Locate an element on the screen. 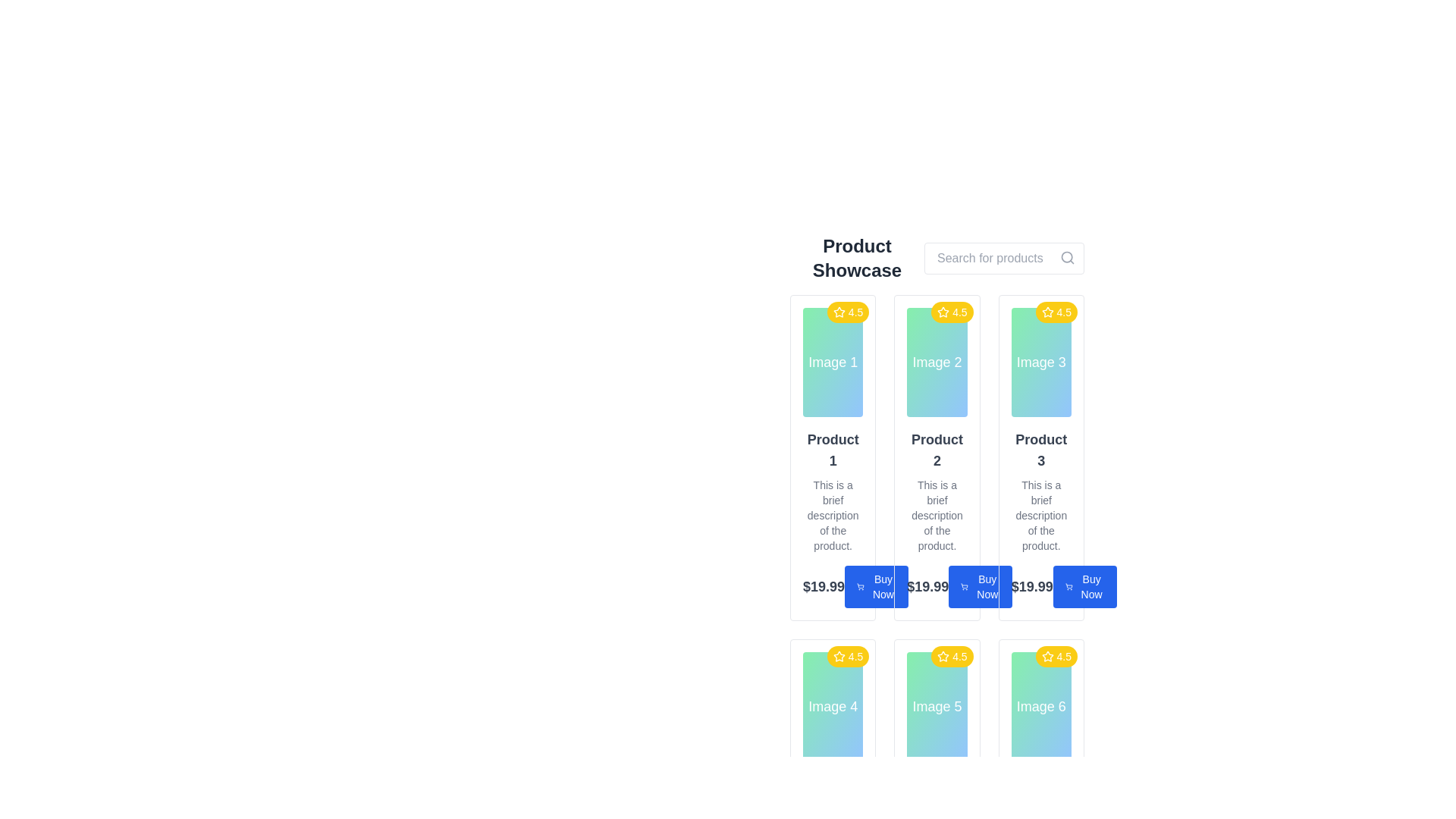  the 'Buy Now' button with a blue background and white text, located in the product card for 'Product 2' is located at coordinates (877, 586).